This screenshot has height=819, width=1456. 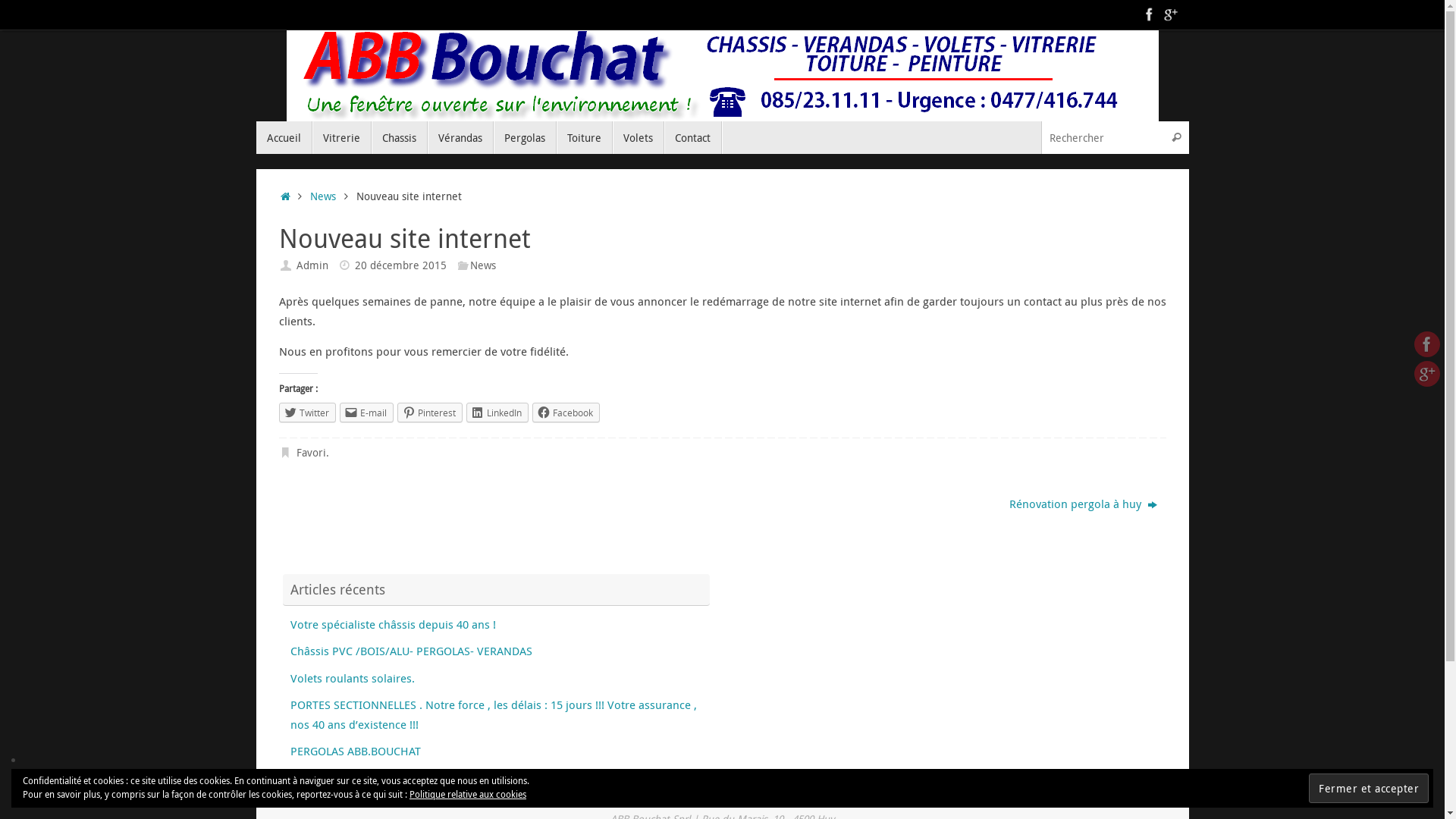 I want to click on 'Favori', so click(x=296, y=452).